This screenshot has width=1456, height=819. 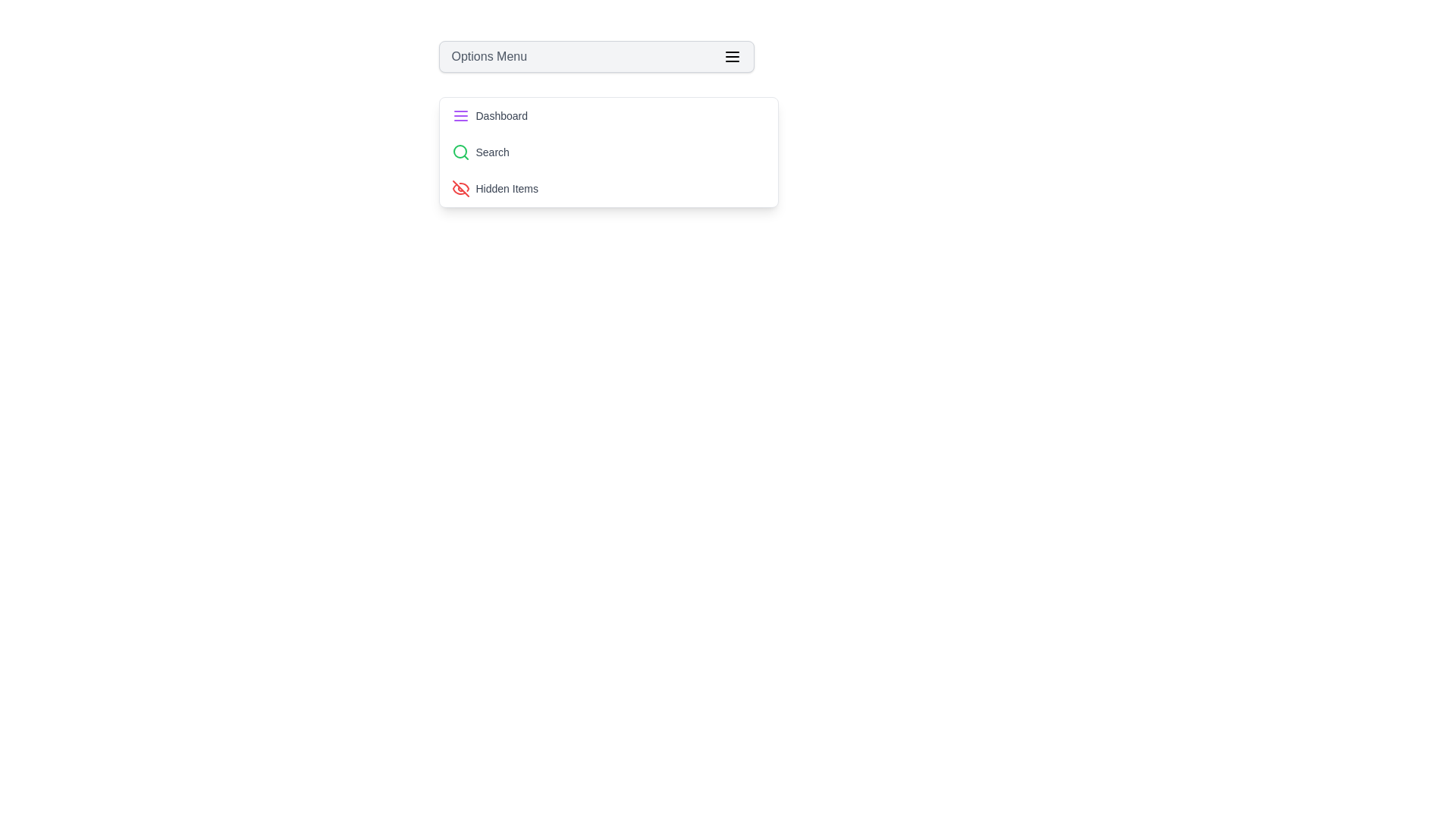 I want to click on the magnifying icon located to the left of the 'Search' text label in the dropdown menu, so click(x=460, y=152).